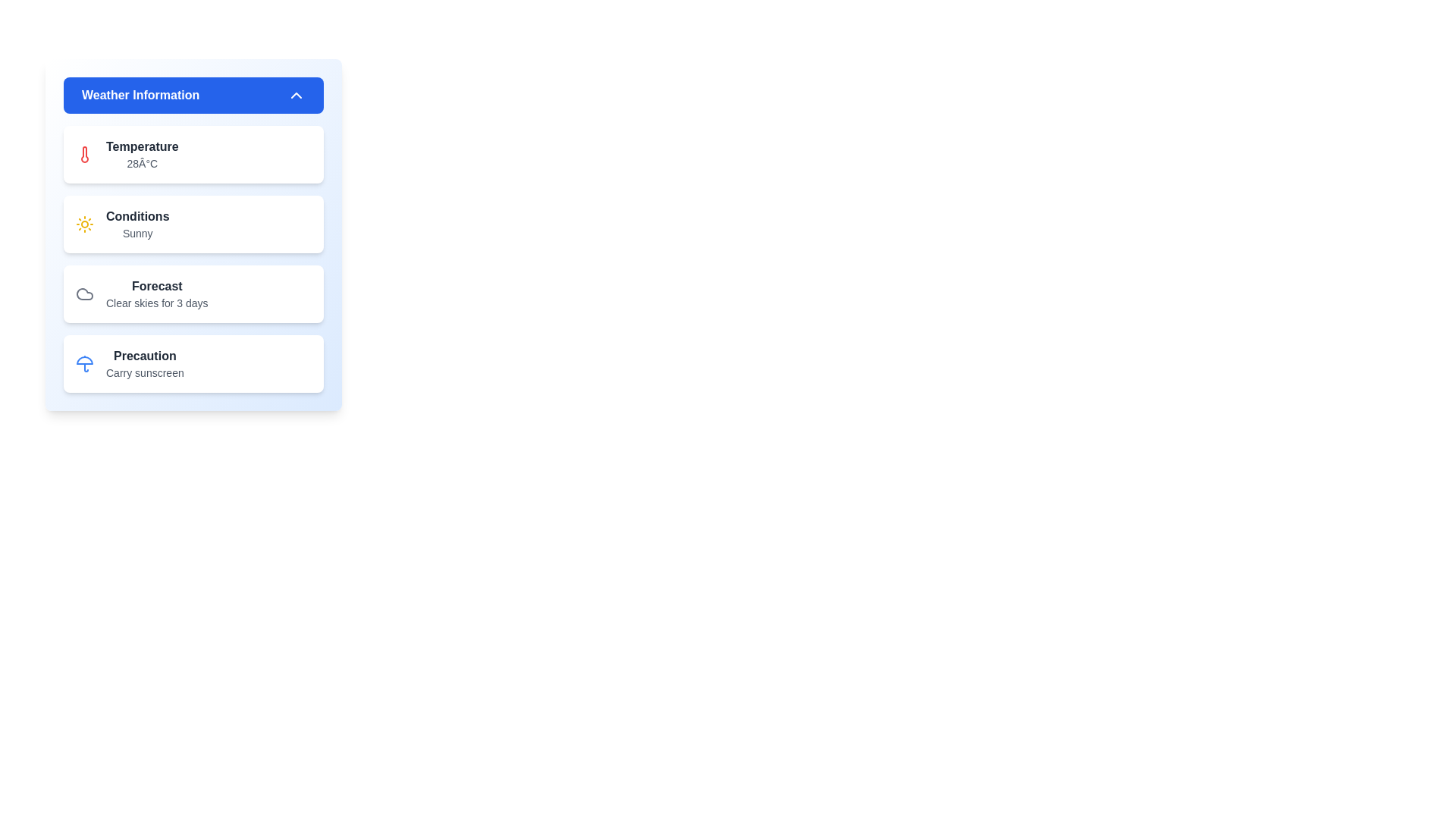 Image resolution: width=1456 pixels, height=819 pixels. Describe the element at coordinates (142, 164) in the screenshot. I see `the temperature display text located in the topmost section of the information list, directly below the 'Temperature' label` at that location.